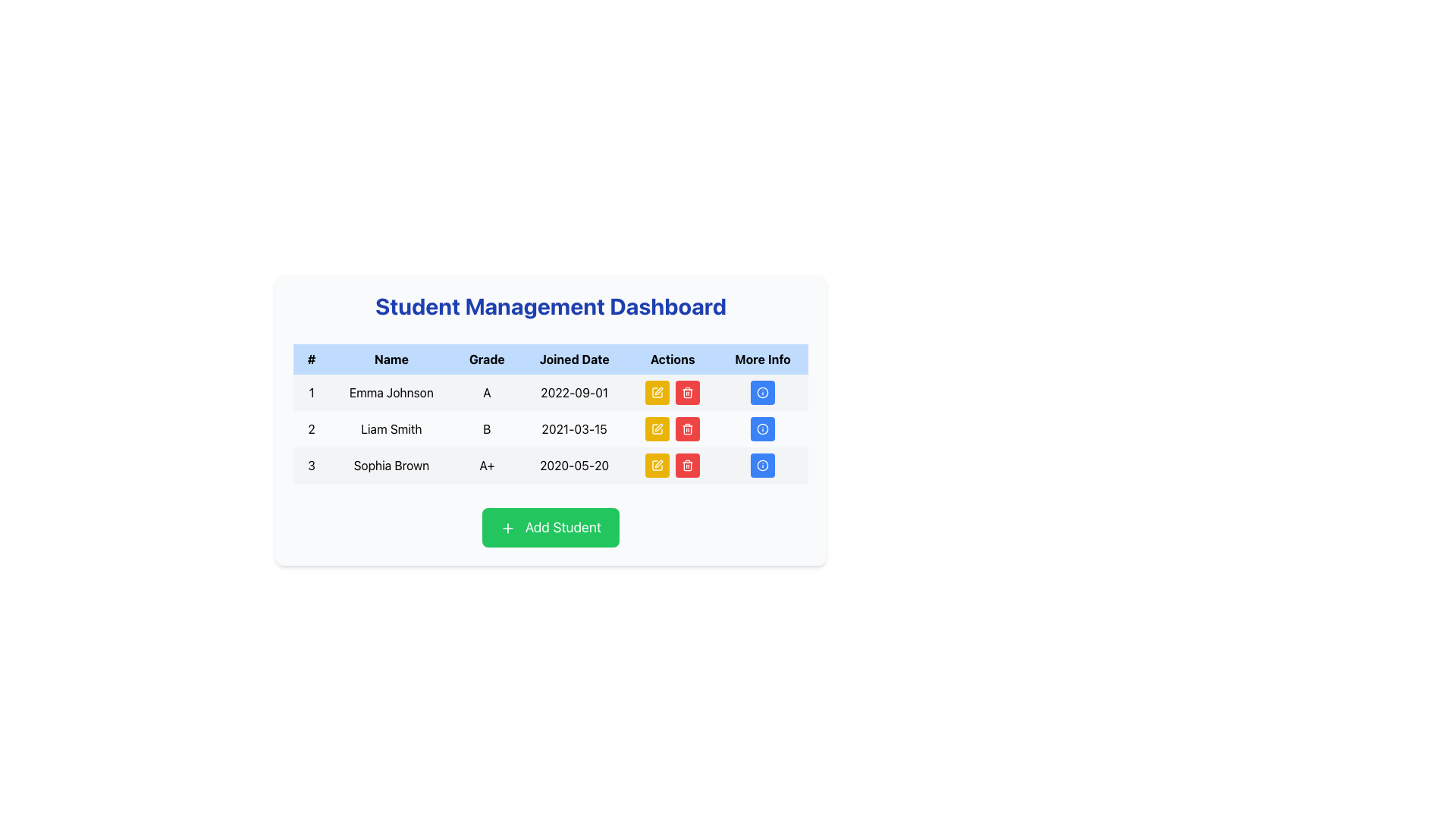  Describe the element at coordinates (763, 429) in the screenshot. I see `the informational icon located` at that location.